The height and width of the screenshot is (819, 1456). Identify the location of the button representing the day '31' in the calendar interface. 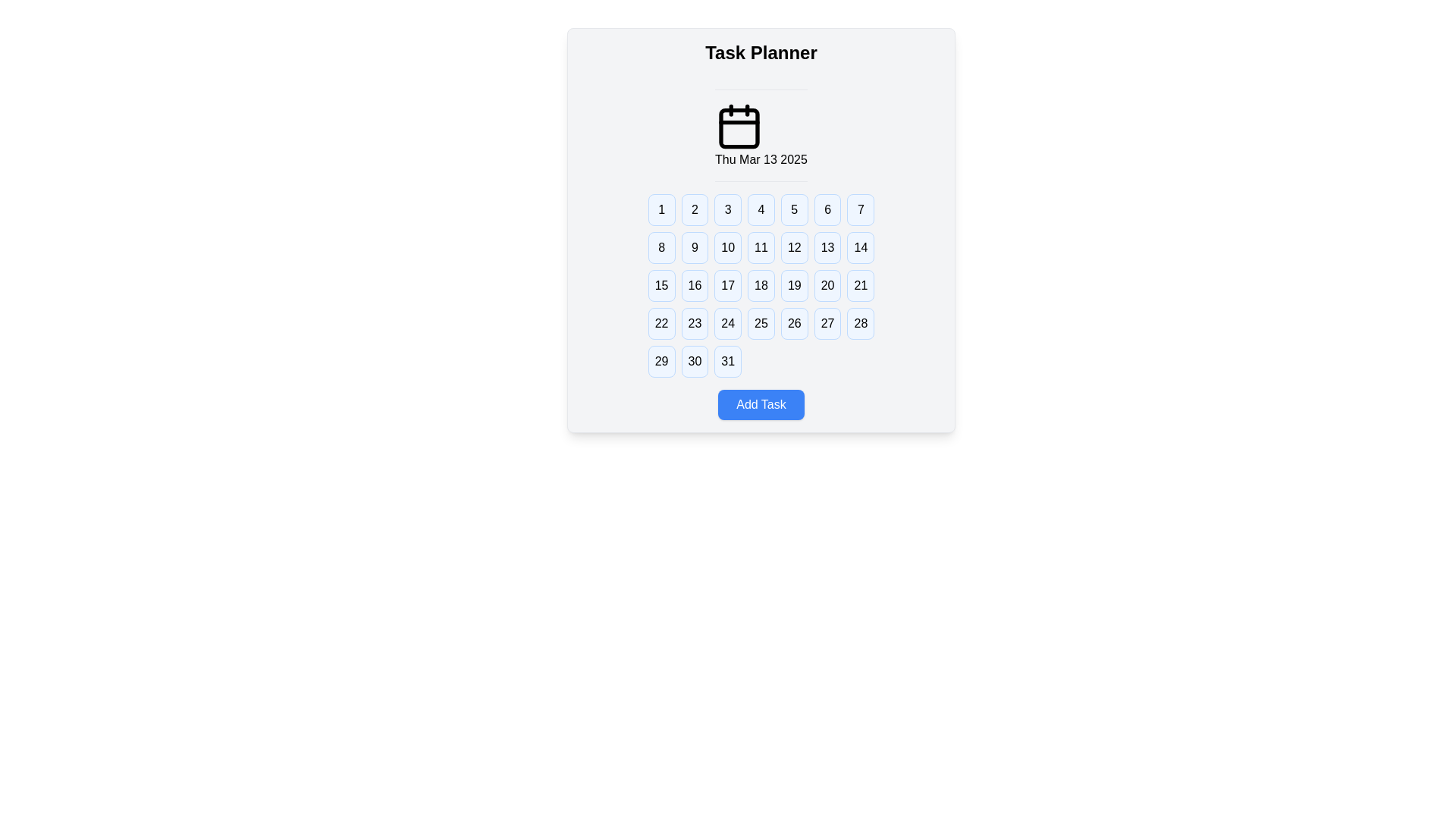
(728, 362).